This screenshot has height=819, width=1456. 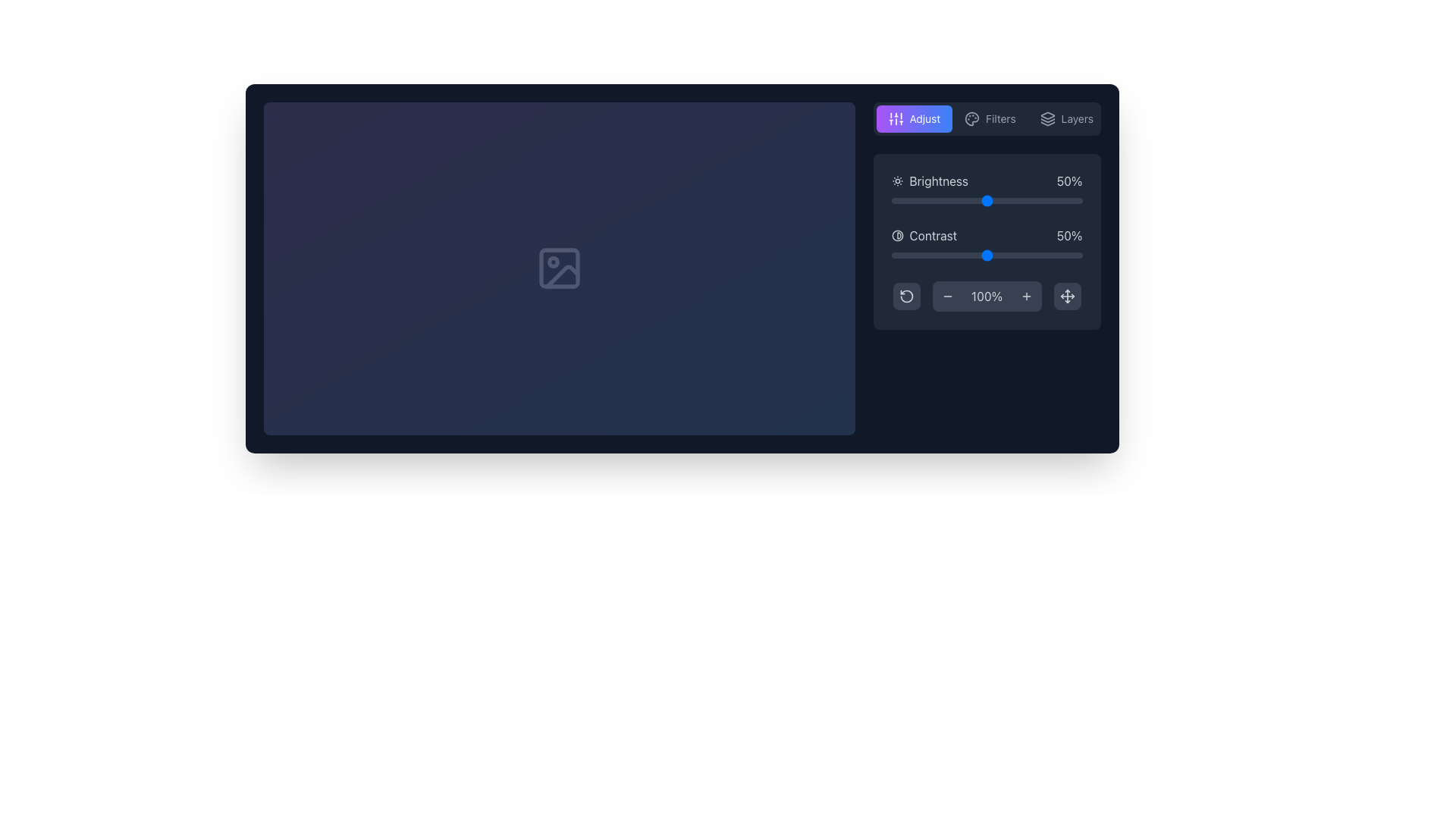 What do you see at coordinates (1001, 118) in the screenshot?
I see `the Text Label located in the top-right section of the interface, adjacent to the palette icon` at bounding box center [1001, 118].